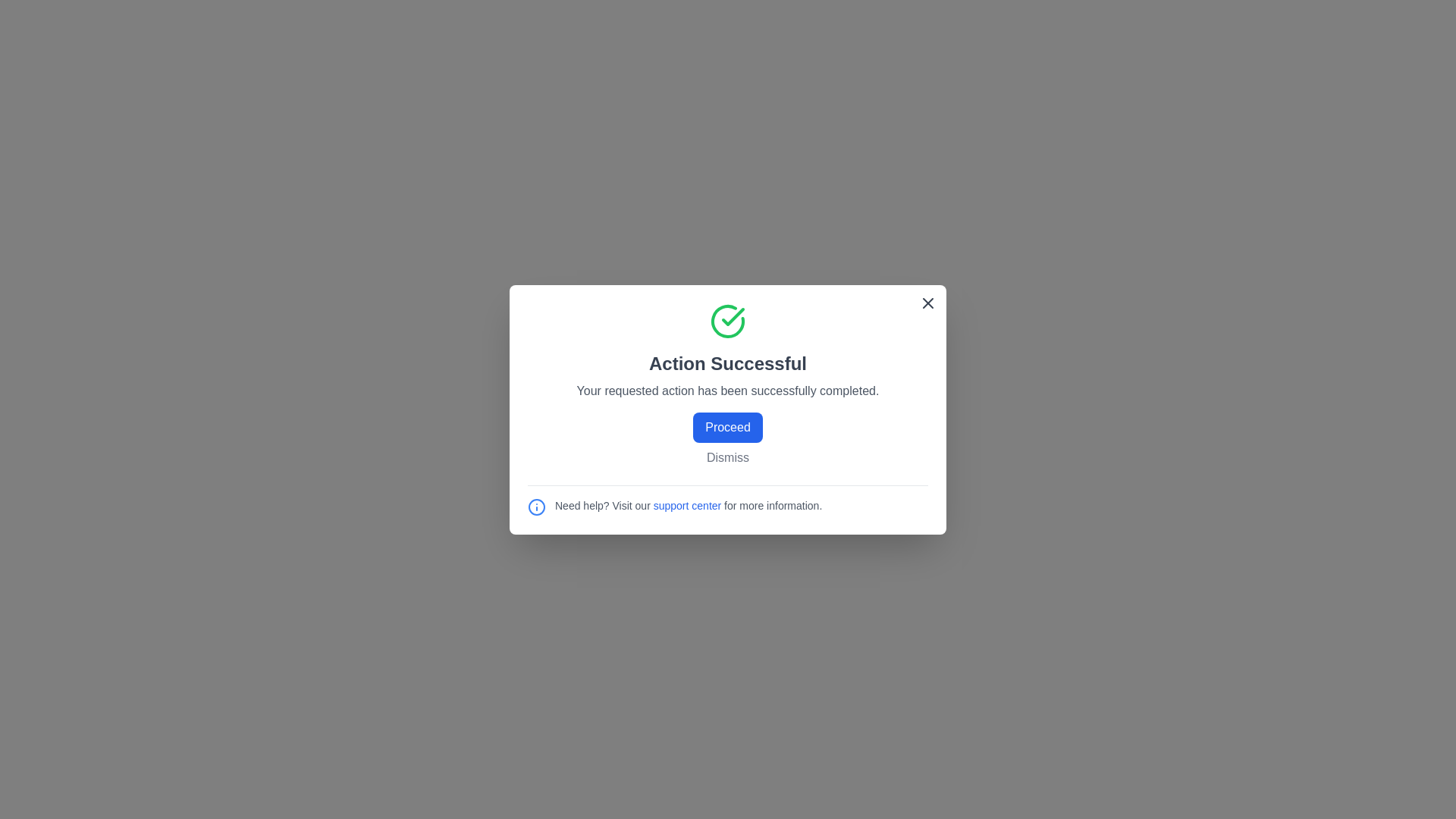 The height and width of the screenshot is (819, 1456). I want to click on the hyperlink located in the help prompt at the bottom of the modal dialog box, so click(728, 506).